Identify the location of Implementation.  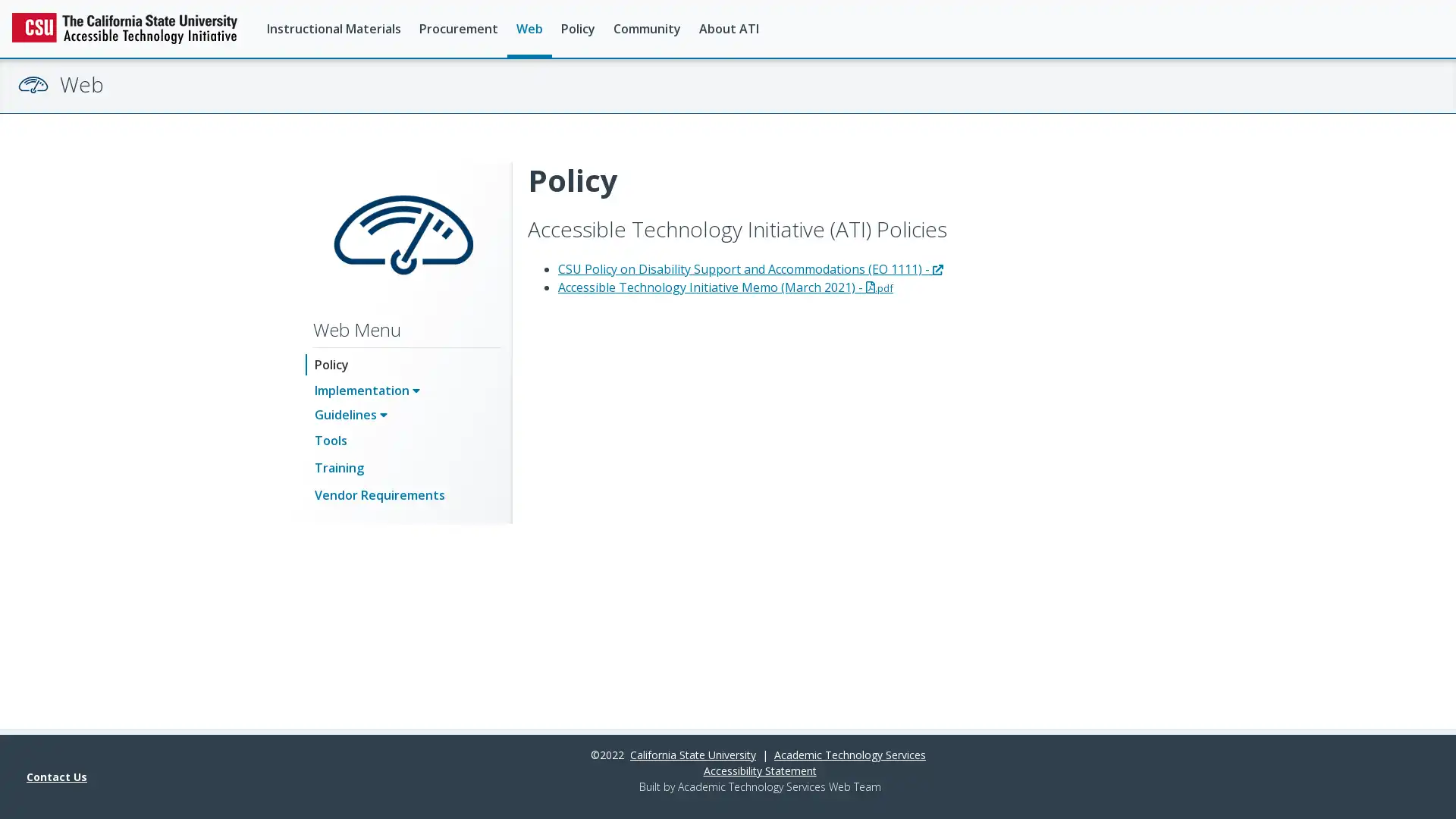
(367, 388).